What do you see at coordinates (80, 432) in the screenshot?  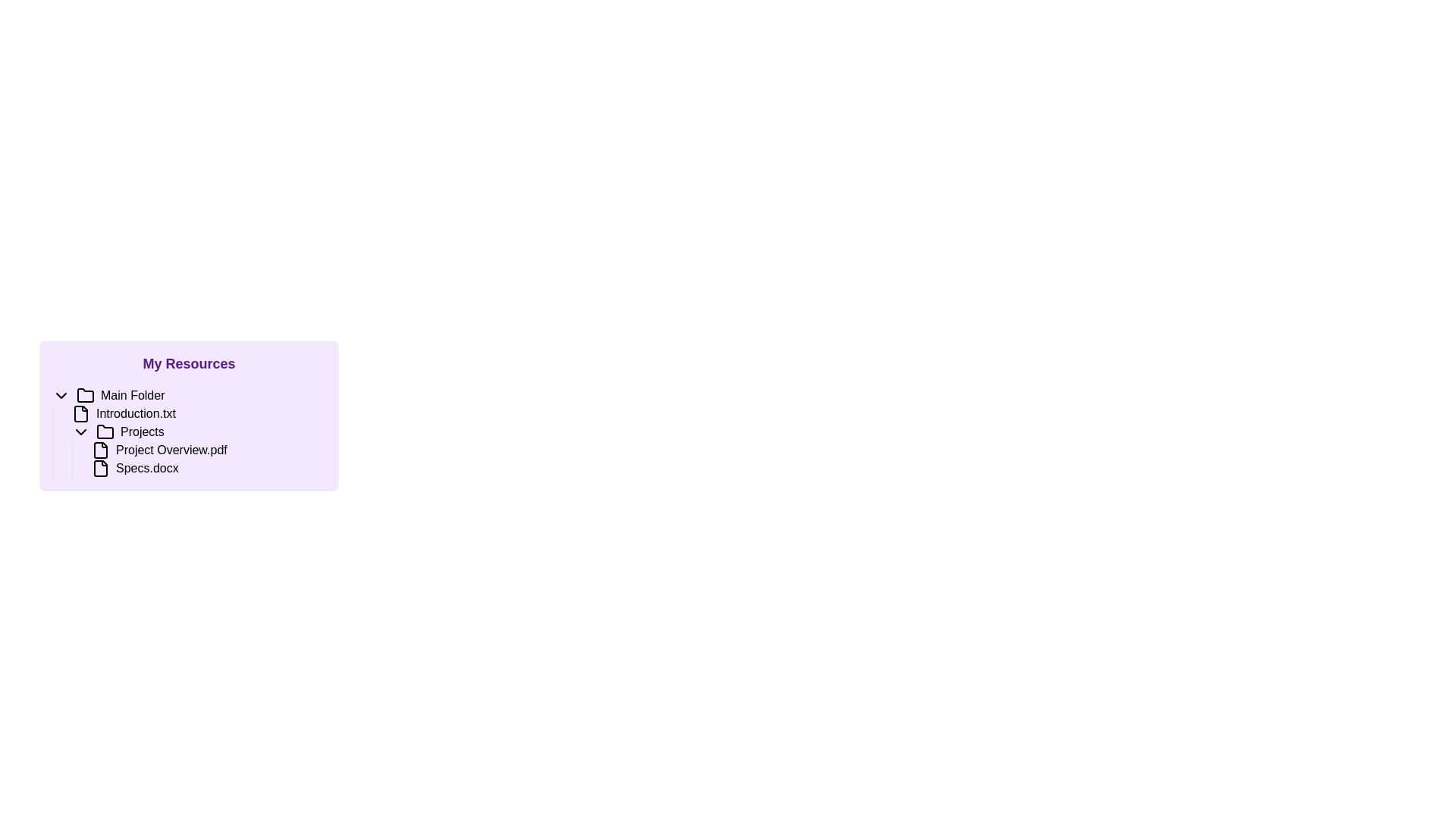 I see `the chevron icon located immediately before the text 'Projects'` at bounding box center [80, 432].